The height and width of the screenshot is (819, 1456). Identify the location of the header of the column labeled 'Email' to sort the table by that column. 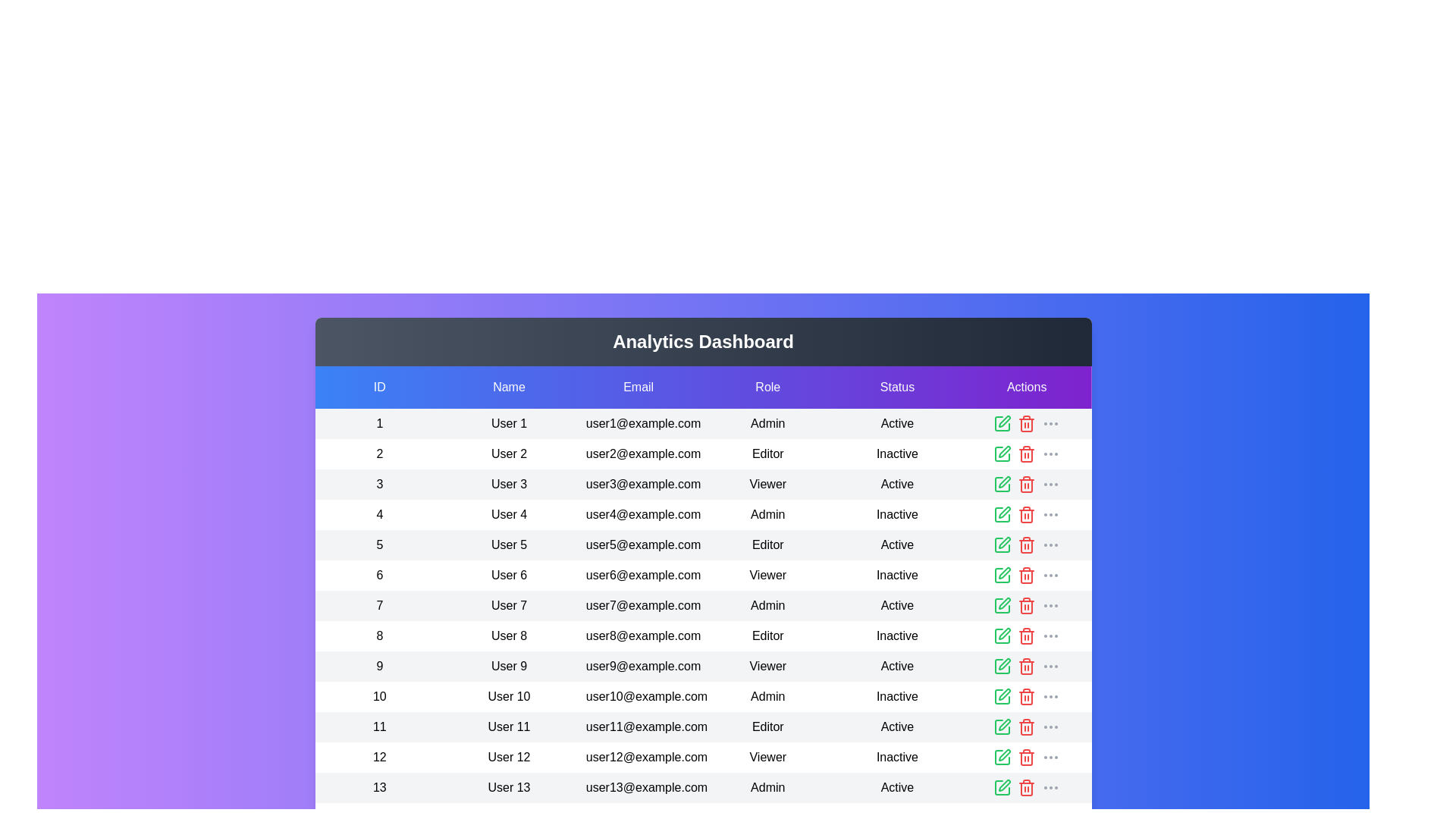
(639, 386).